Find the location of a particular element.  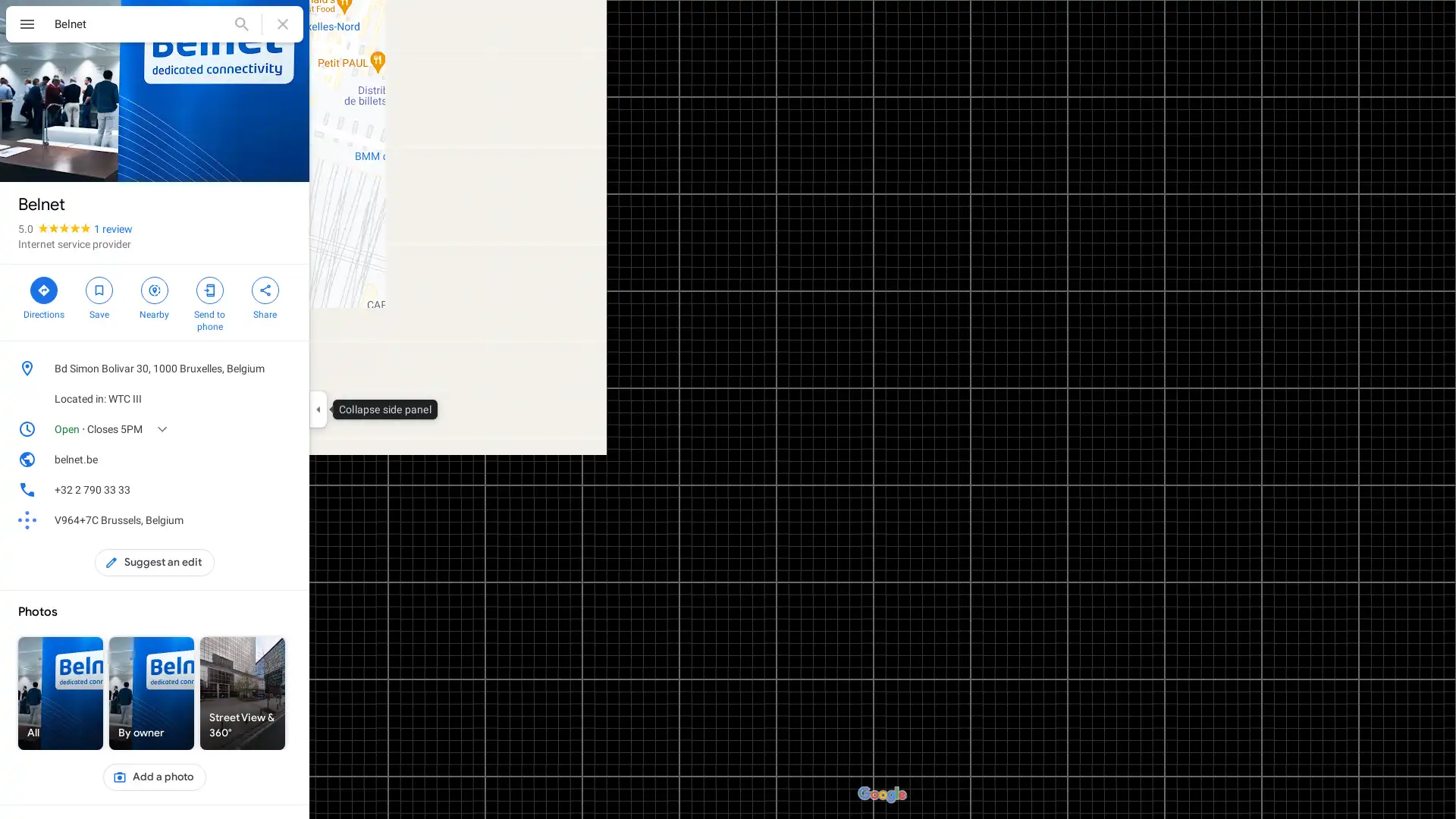

Menu is located at coordinates (27, 26).